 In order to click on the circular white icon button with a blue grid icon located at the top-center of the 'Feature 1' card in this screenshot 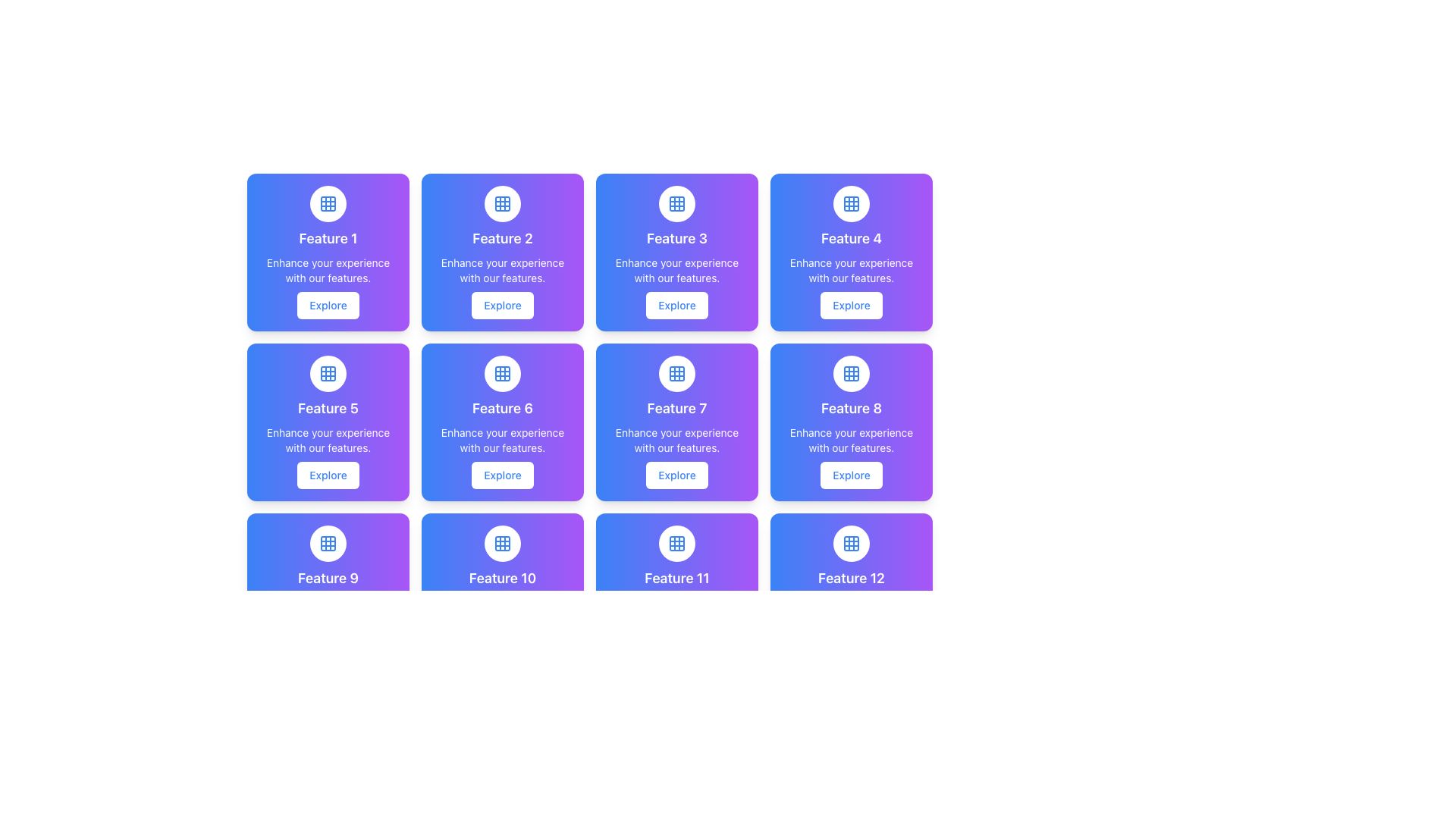, I will do `click(327, 203)`.